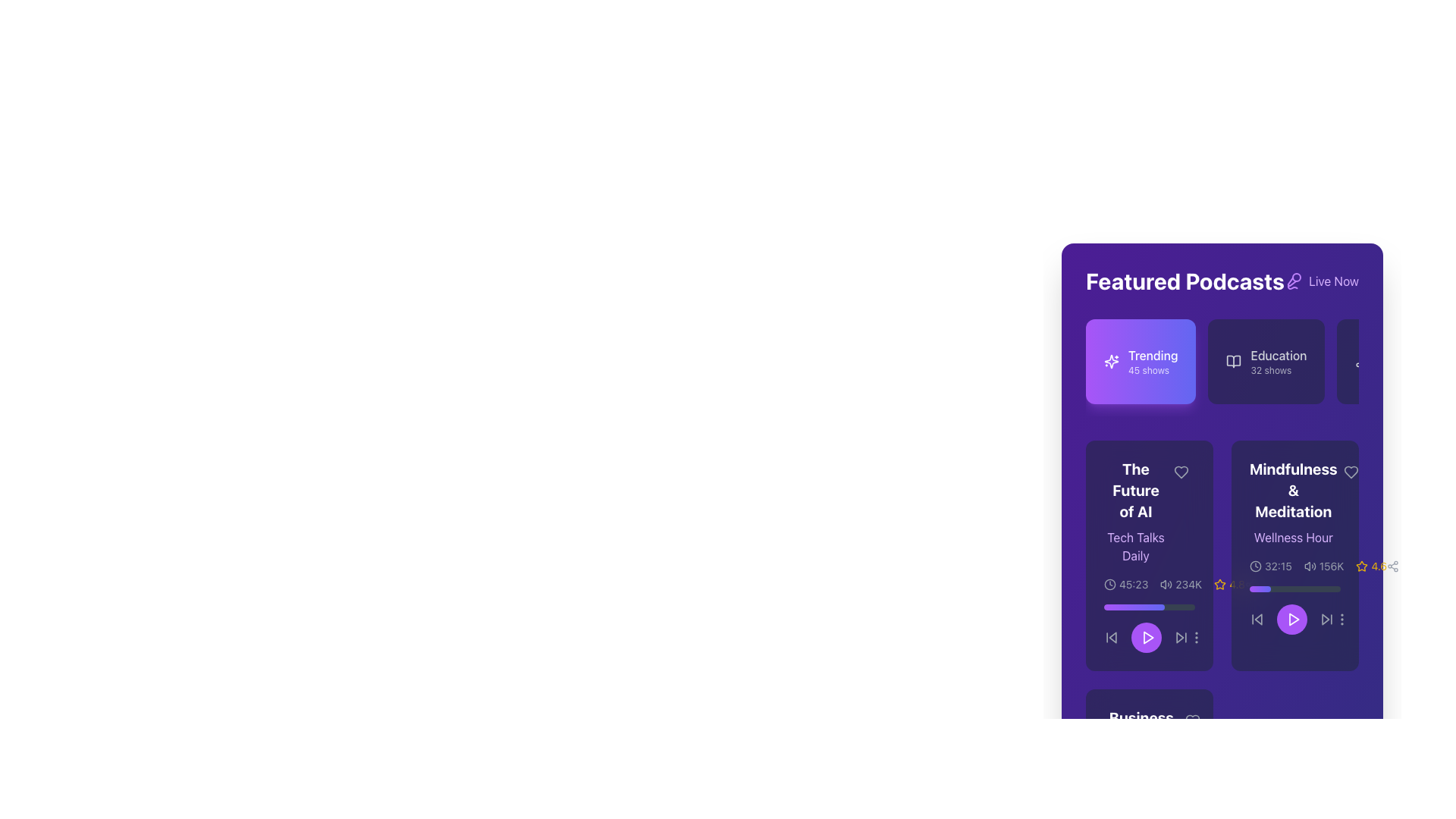 This screenshot has width=1456, height=819. What do you see at coordinates (1260, 588) in the screenshot?
I see `the left-most segment of the progress bar, which visually represents approximately 23% of the playback progression` at bounding box center [1260, 588].